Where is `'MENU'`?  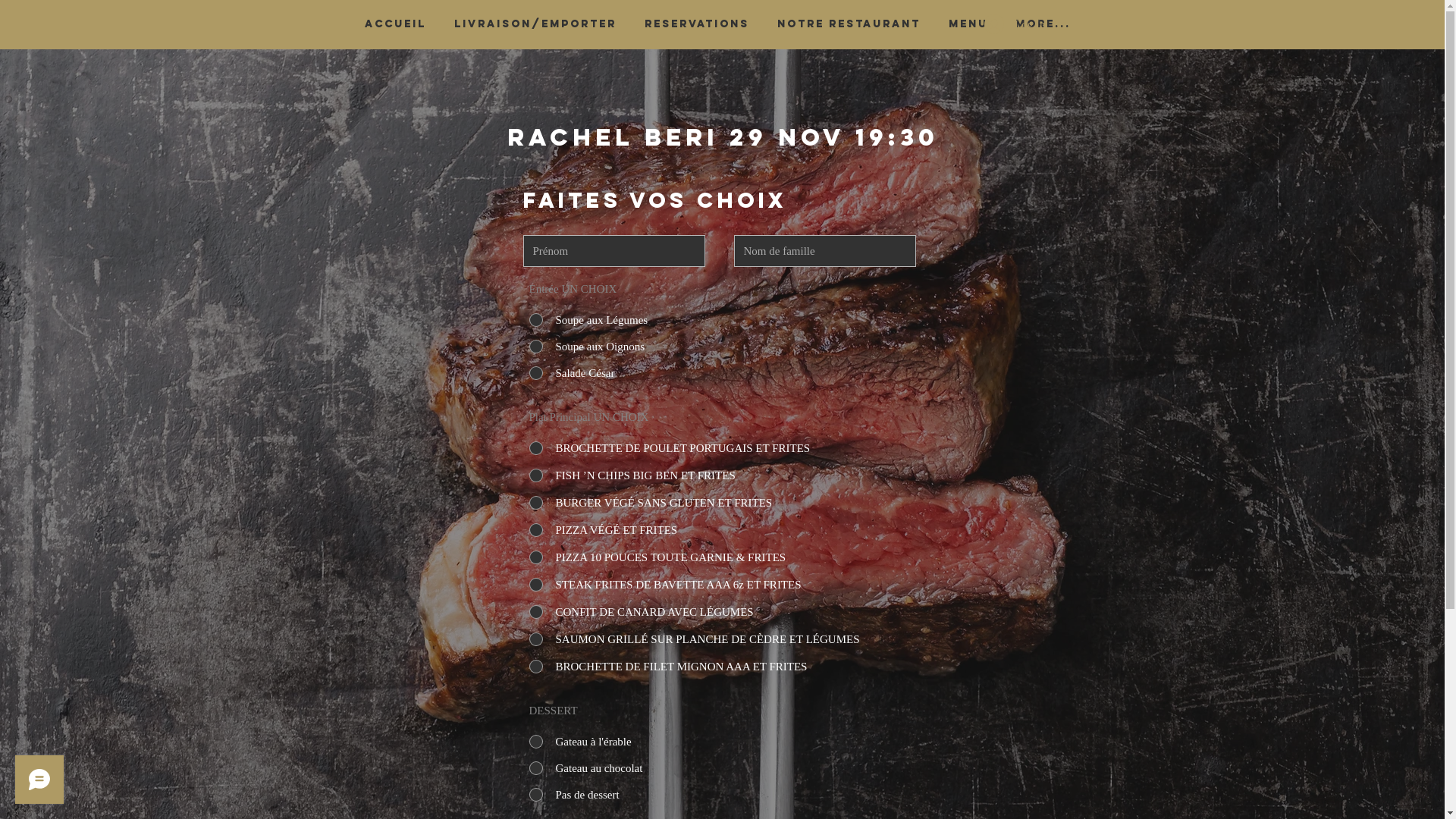 'MENU' is located at coordinates (967, 24).